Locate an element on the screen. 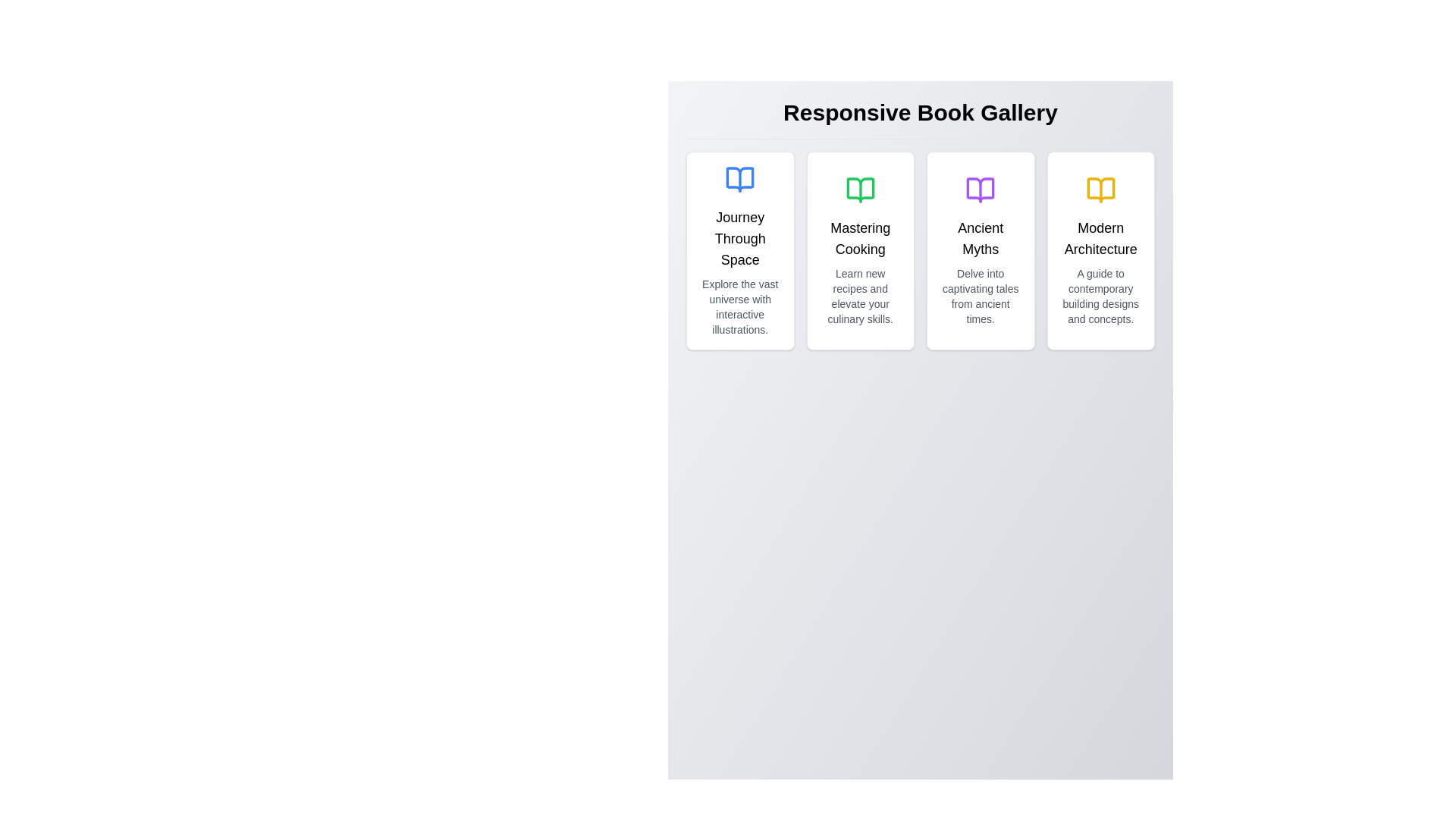 Image resolution: width=1456 pixels, height=819 pixels. the text label reading 'Modern Architecture' is located at coordinates (1100, 239).